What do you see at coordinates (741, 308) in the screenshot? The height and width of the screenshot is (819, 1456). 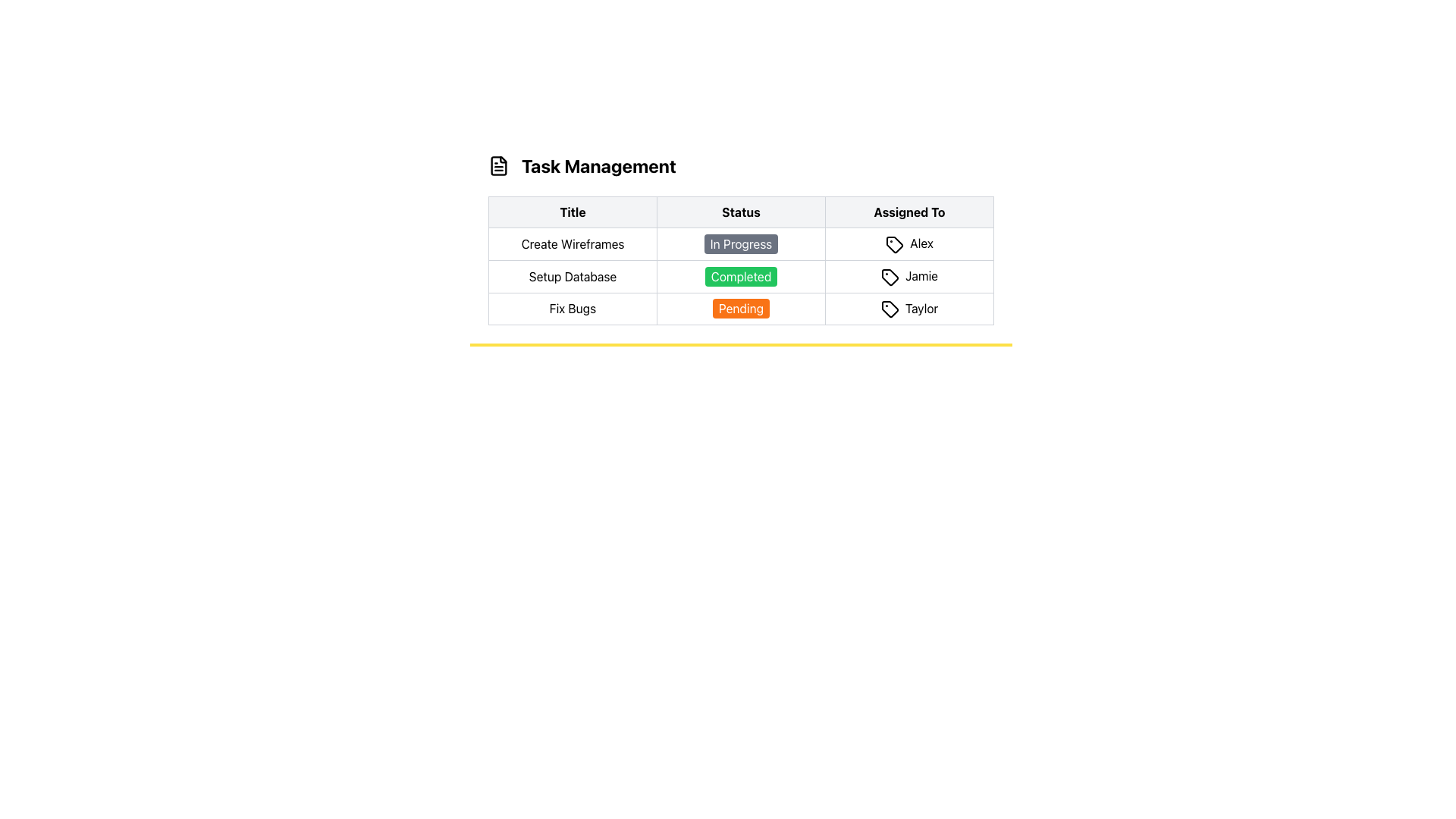 I see `the 'Pending' status badge in the third row of the 'Status' column, which is styled with a bright orange background and white text` at bounding box center [741, 308].